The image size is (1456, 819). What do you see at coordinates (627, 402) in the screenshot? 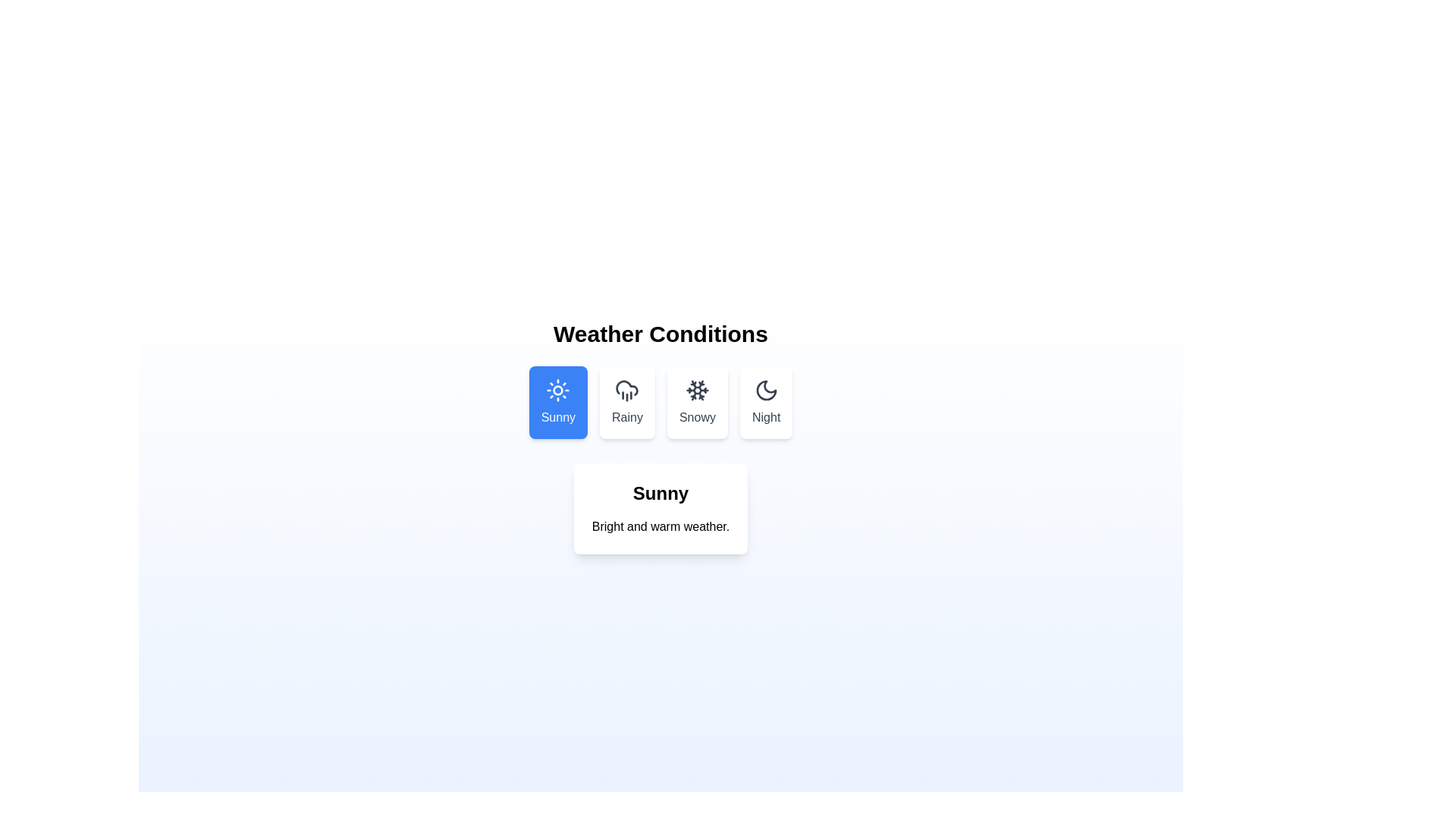
I see `the Rainy tab to view its weather condition` at bounding box center [627, 402].